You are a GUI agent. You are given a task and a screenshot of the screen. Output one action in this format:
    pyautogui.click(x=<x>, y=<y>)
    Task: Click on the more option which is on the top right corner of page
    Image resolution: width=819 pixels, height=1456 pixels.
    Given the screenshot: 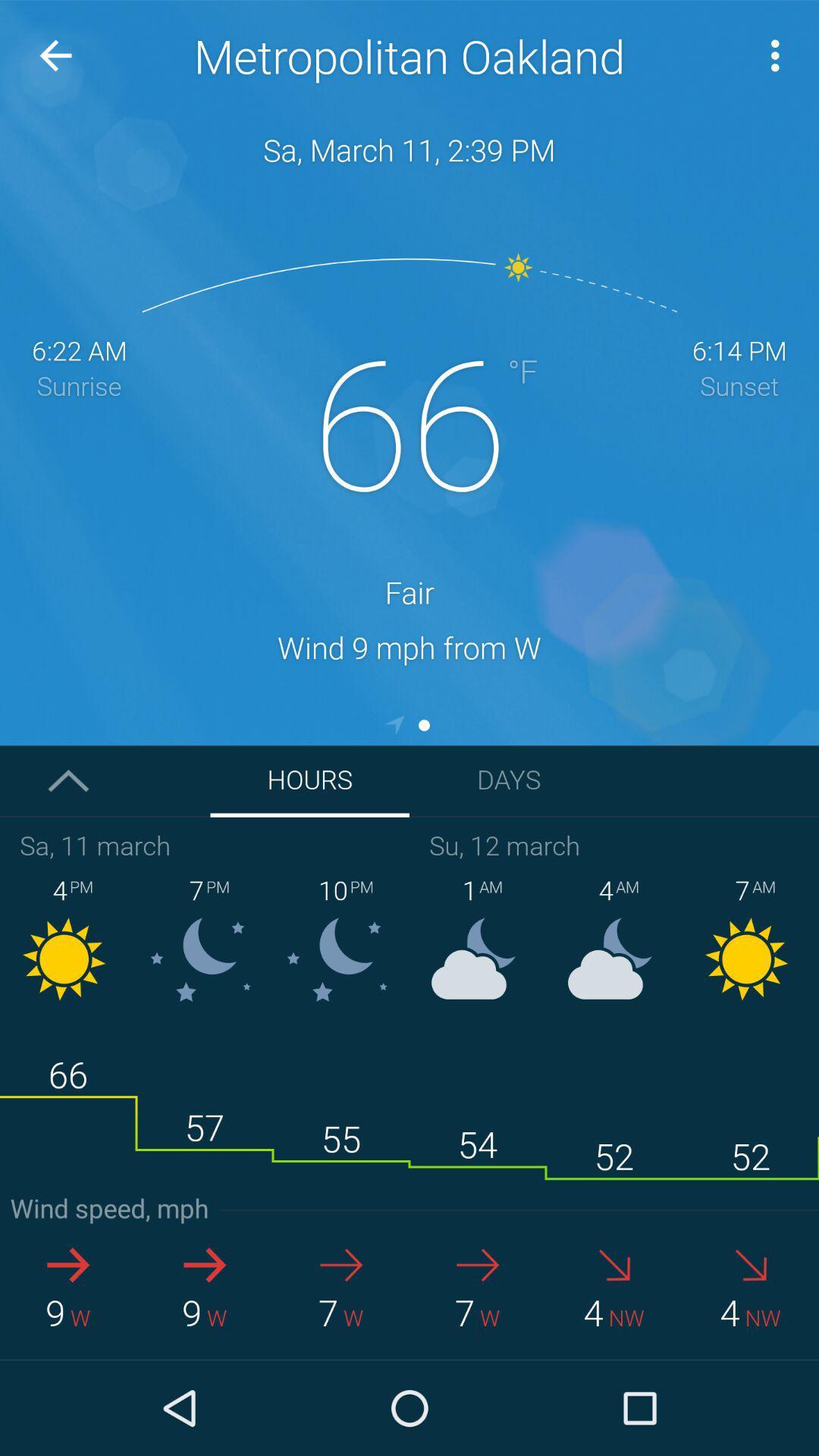 What is the action you would take?
    pyautogui.click(x=779, y=55)
    